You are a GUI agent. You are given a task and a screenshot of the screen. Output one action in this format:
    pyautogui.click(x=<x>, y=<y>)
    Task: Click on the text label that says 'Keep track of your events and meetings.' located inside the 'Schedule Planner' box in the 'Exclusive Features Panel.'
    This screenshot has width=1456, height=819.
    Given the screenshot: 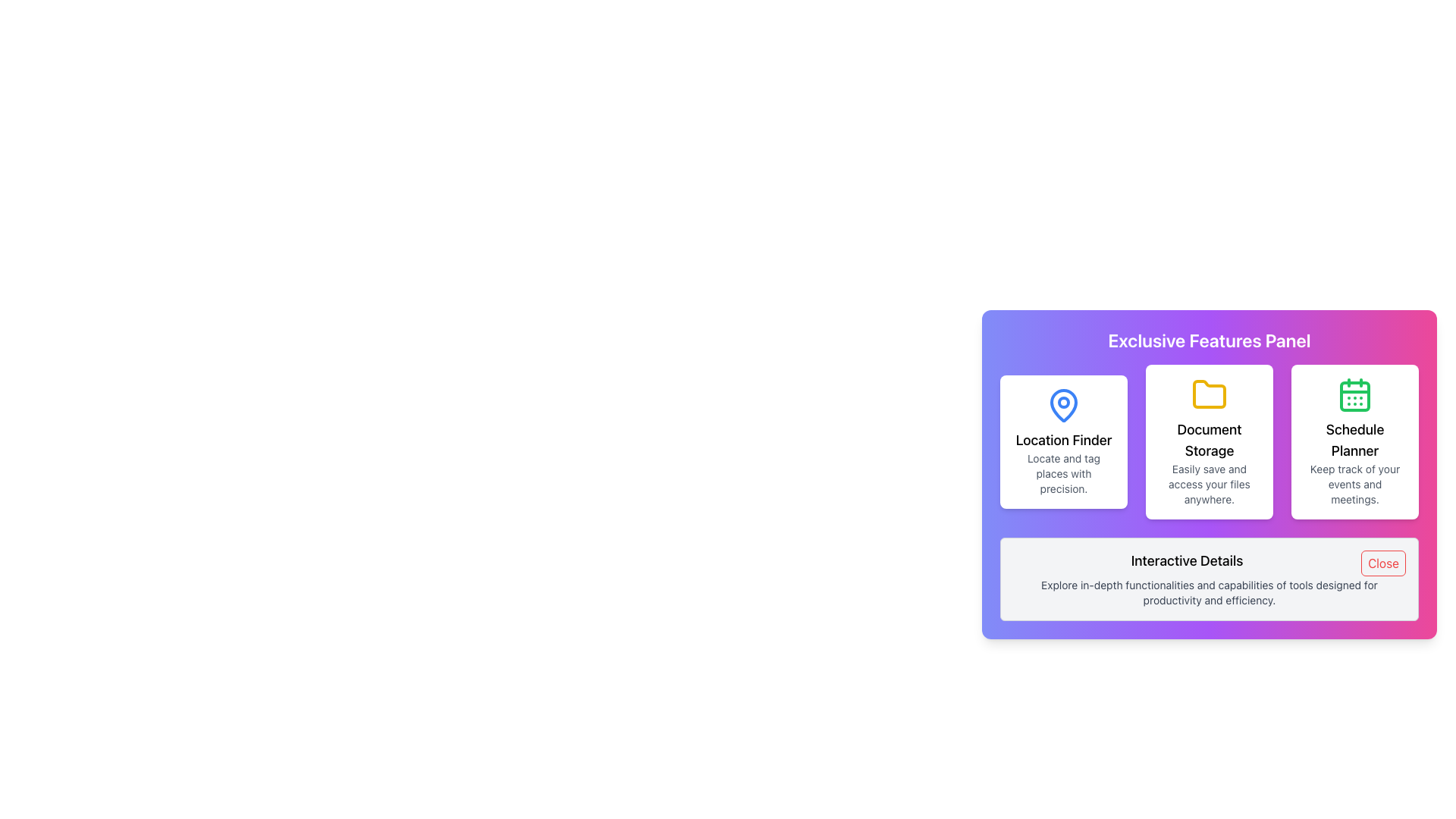 What is the action you would take?
    pyautogui.click(x=1354, y=485)
    